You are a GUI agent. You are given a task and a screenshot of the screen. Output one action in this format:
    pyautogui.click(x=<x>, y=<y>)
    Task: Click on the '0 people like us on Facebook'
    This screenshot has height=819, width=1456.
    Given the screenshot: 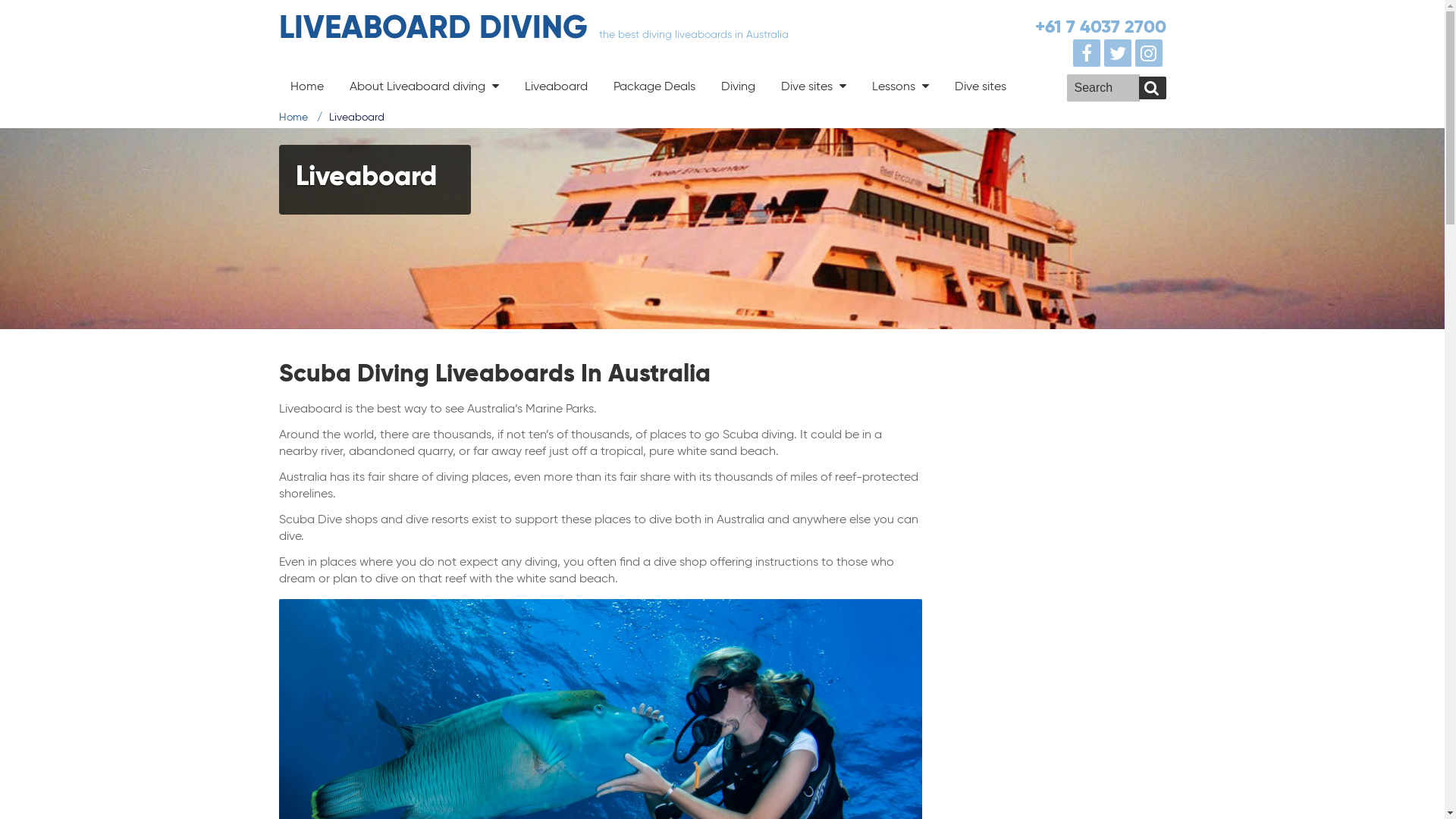 What is the action you would take?
    pyautogui.click(x=1072, y=52)
    